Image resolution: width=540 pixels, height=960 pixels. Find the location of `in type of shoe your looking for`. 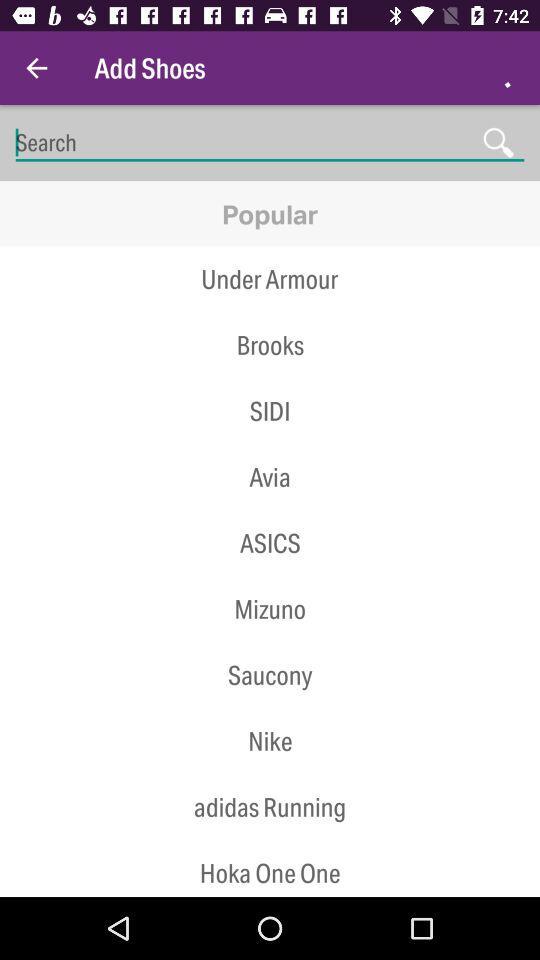

in type of shoe your looking for is located at coordinates (270, 142).